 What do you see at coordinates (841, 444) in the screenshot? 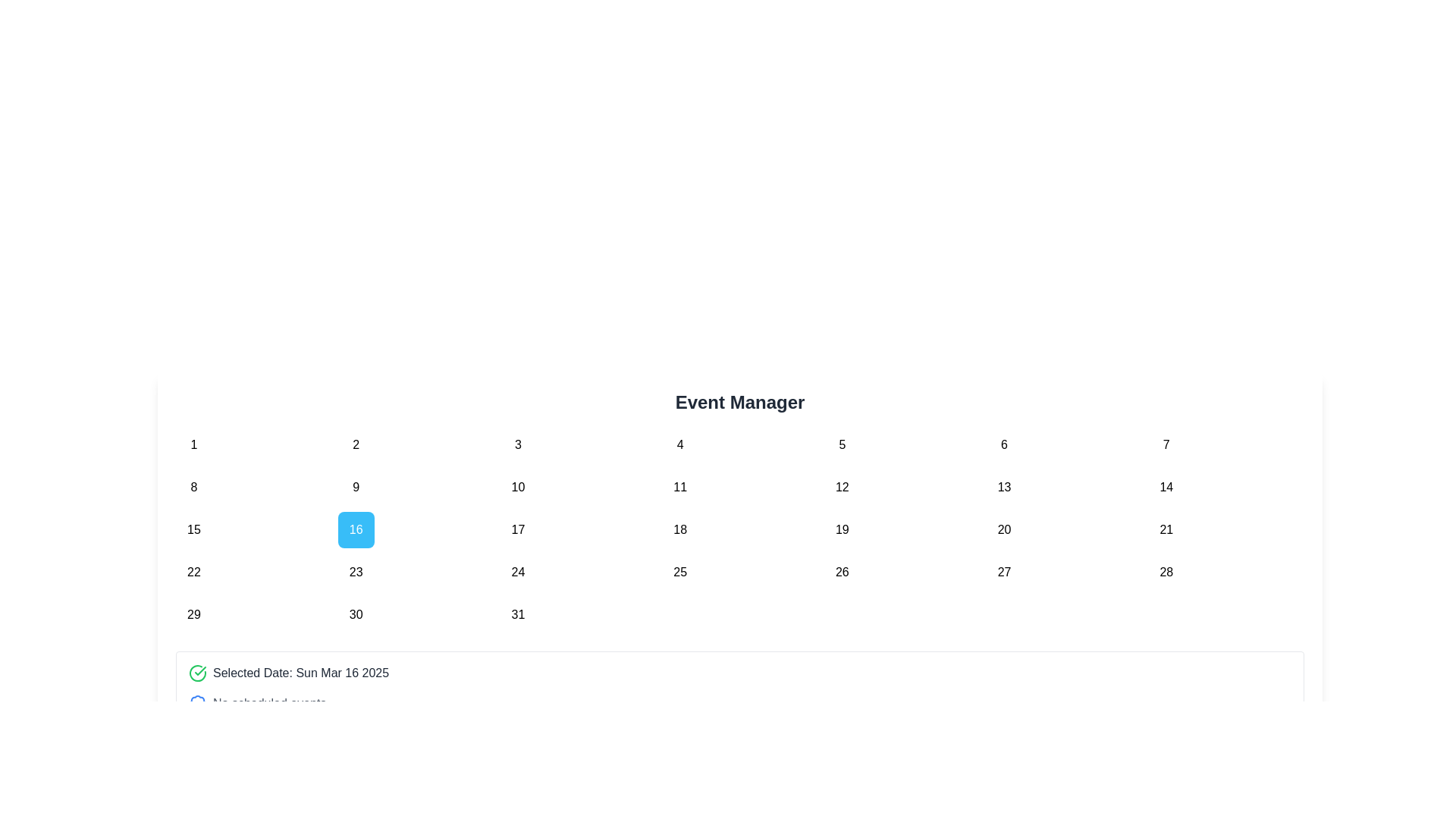
I see `the button displaying the number '5'` at bounding box center [841, 444].